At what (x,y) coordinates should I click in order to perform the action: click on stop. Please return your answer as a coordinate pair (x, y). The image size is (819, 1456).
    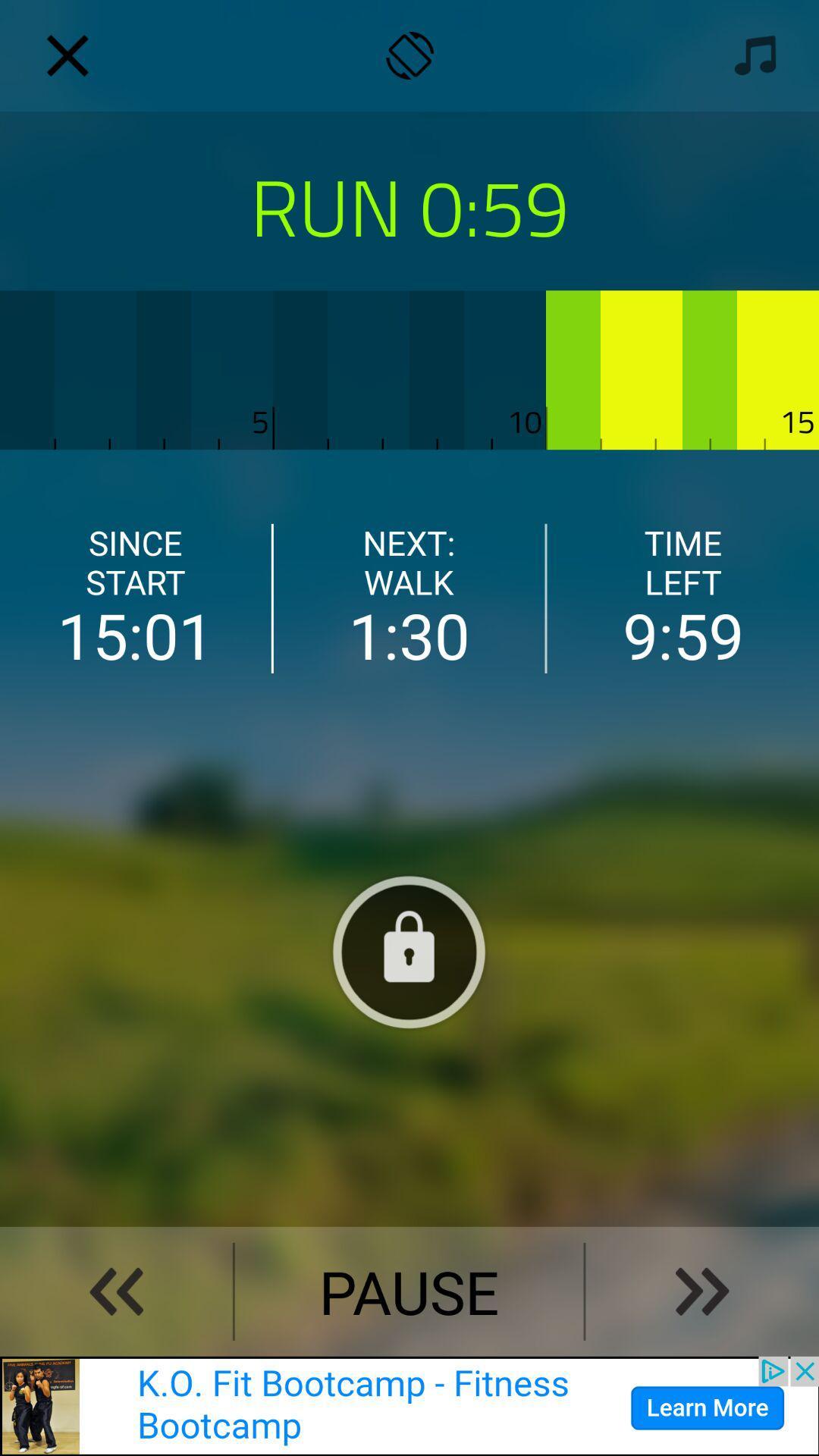
    Looking at the image, I should click on (408, 951).